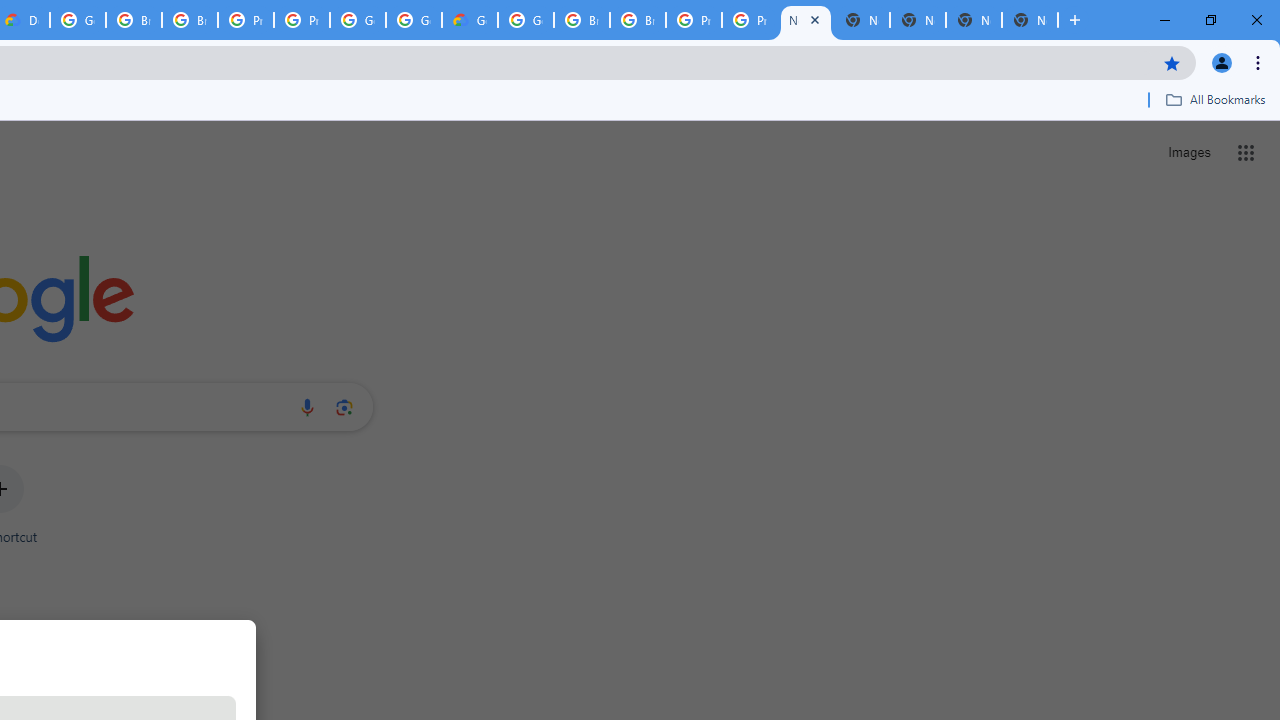  Describe the element at coordinates (526, 20) in the screenshot. I see `'Google Cloud Platform'` at that location.